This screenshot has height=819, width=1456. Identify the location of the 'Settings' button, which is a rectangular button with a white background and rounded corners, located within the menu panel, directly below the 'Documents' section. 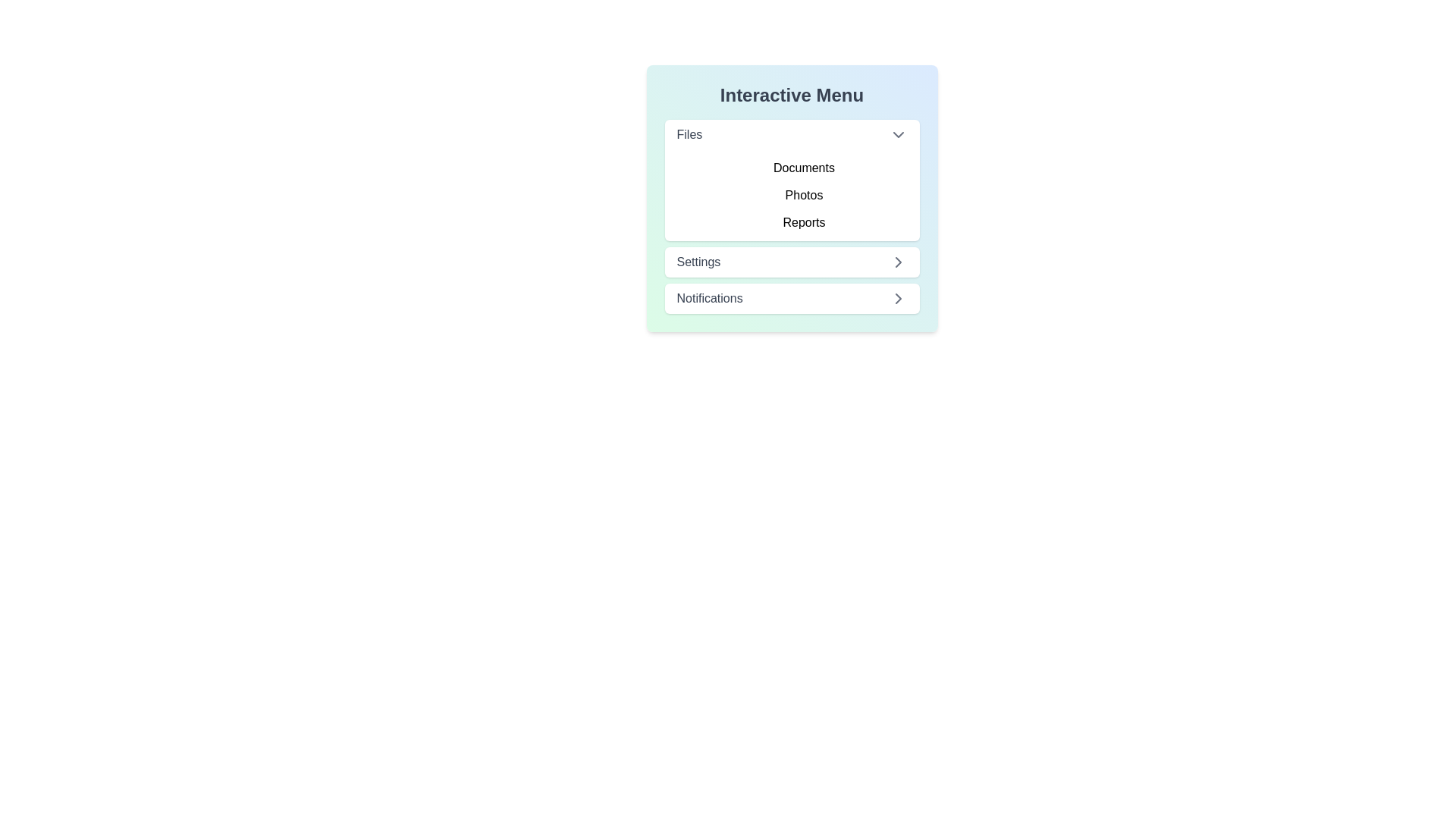
(791, 262).